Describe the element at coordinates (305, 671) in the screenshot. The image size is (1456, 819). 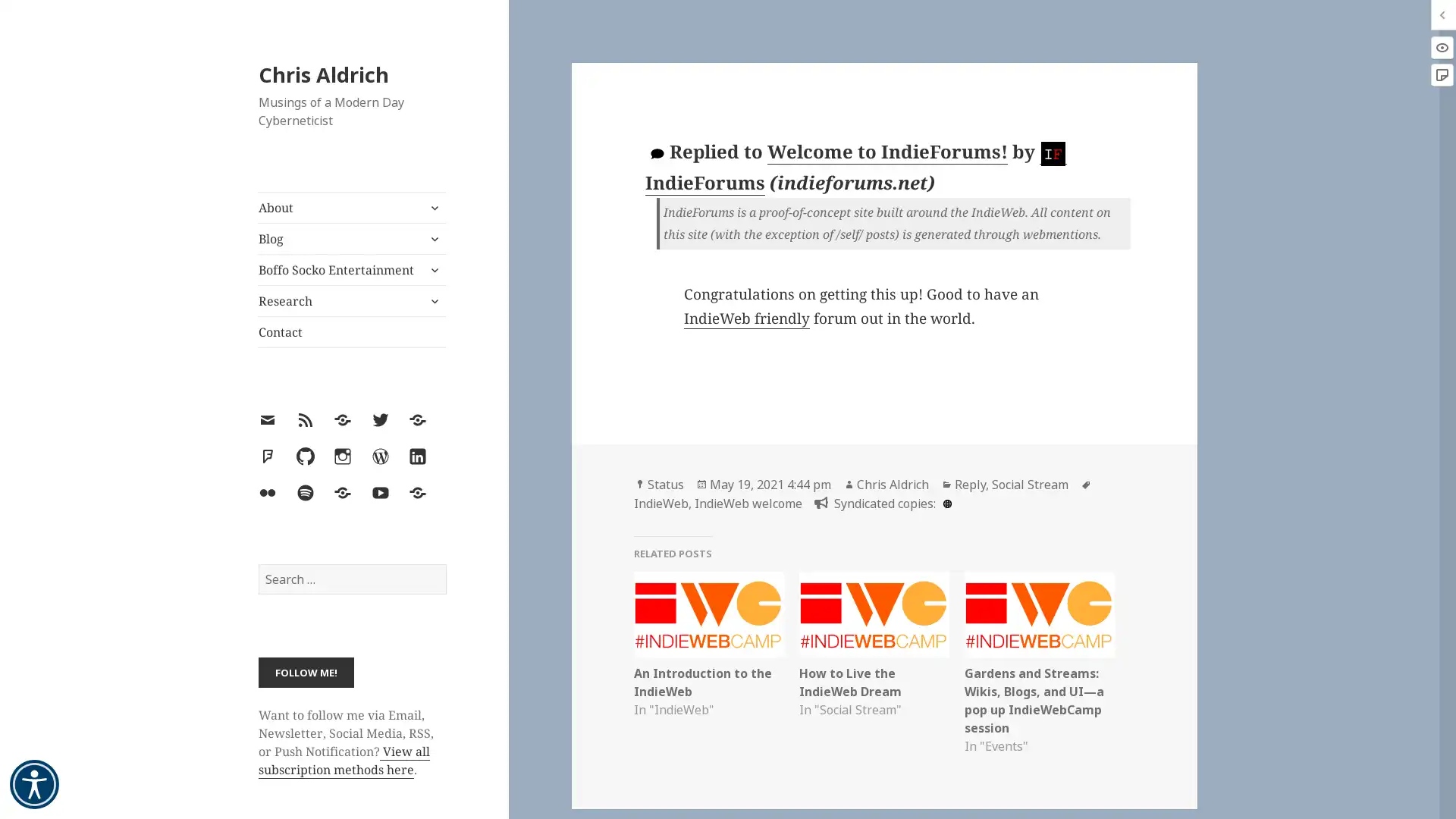
I see `Follow Me!` at that location.